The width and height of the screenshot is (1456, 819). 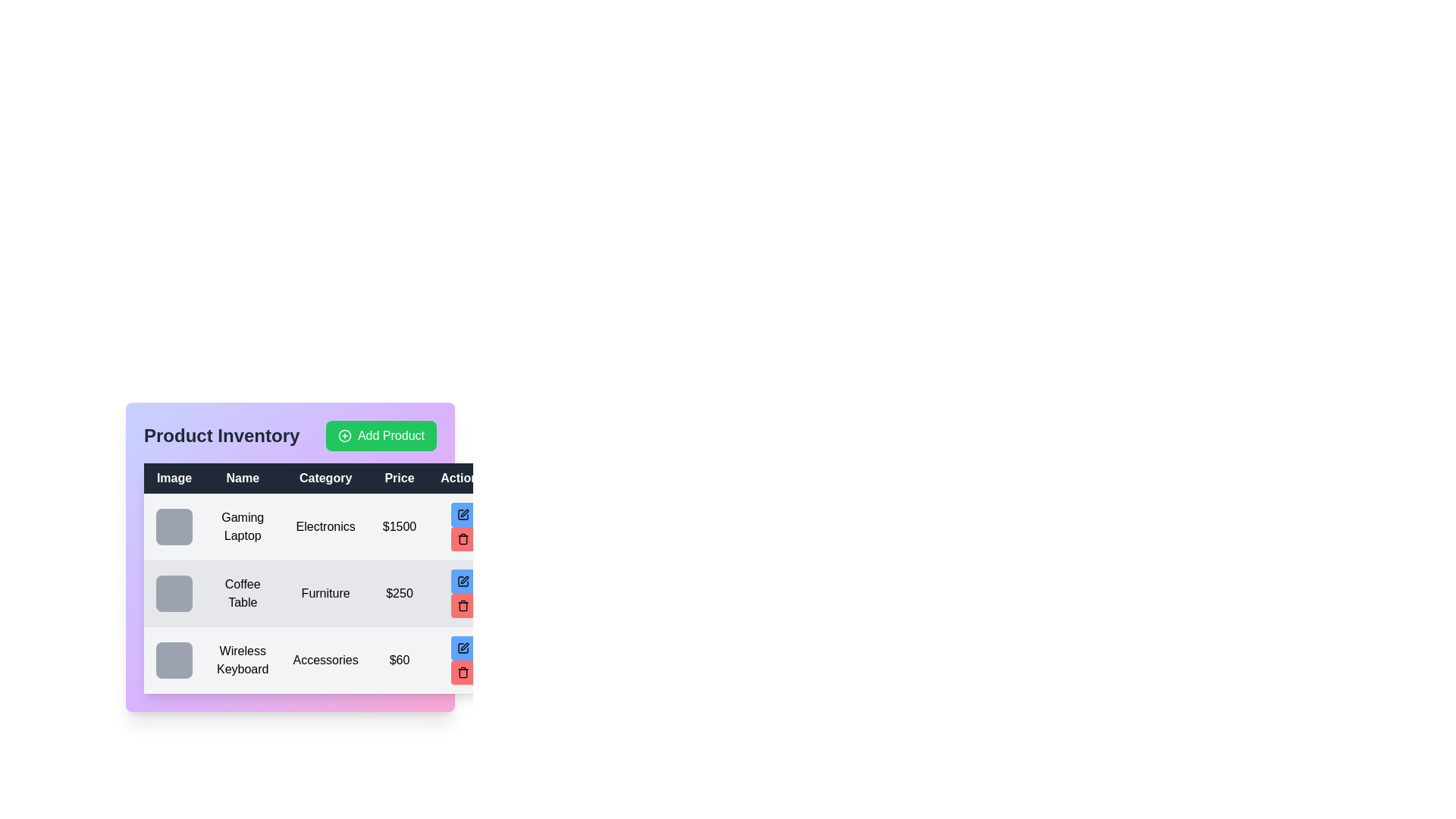 What do you see at coordinates (174, 526) in the screenshot?
I see `the Image Placeholder element located in the first row of the product inventory table, aligned with 'Gaming Laptop'` at bounding box center [174, 526].